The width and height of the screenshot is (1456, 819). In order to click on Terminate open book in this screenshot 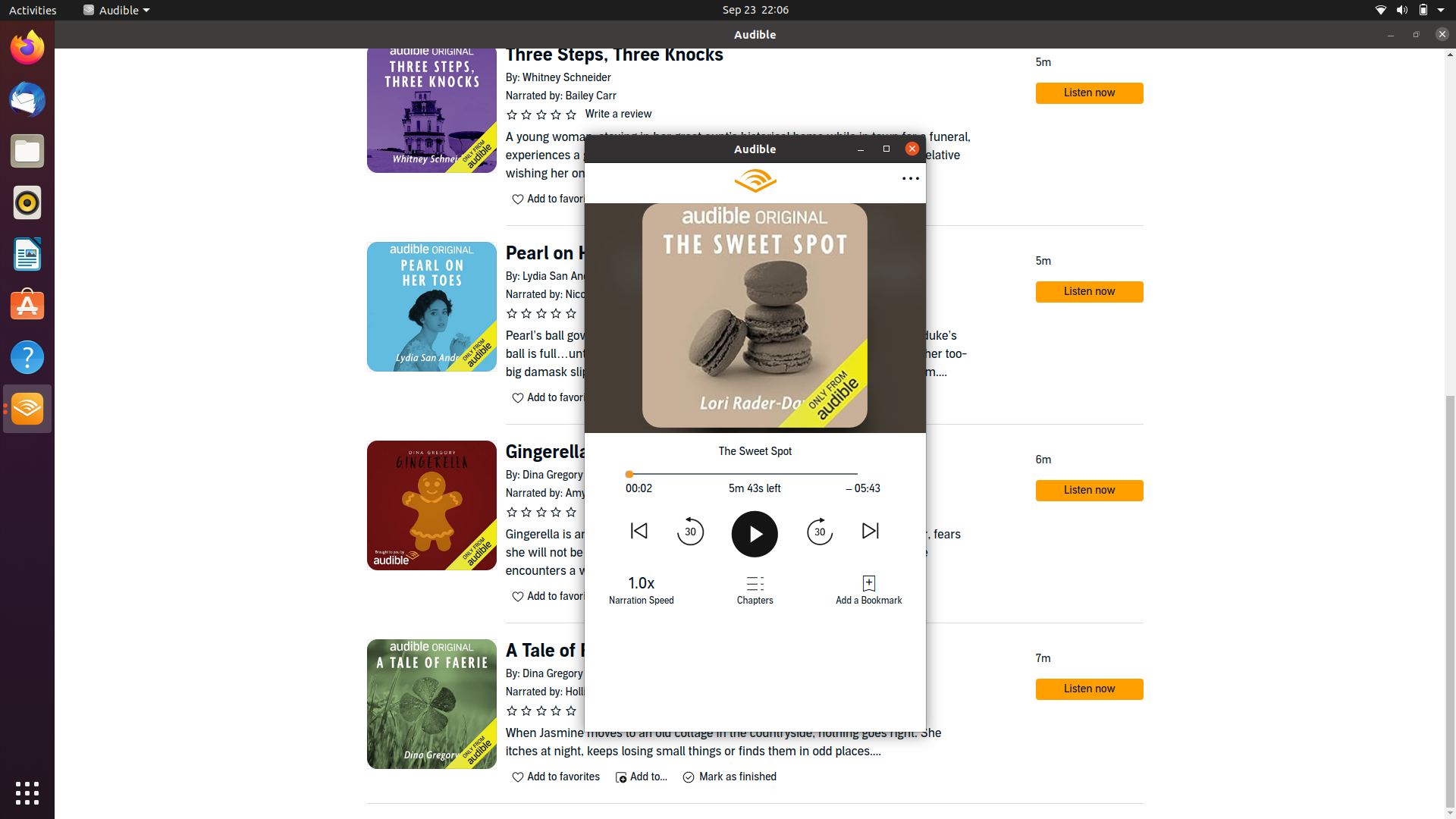, I will do `click(912, 149)`.